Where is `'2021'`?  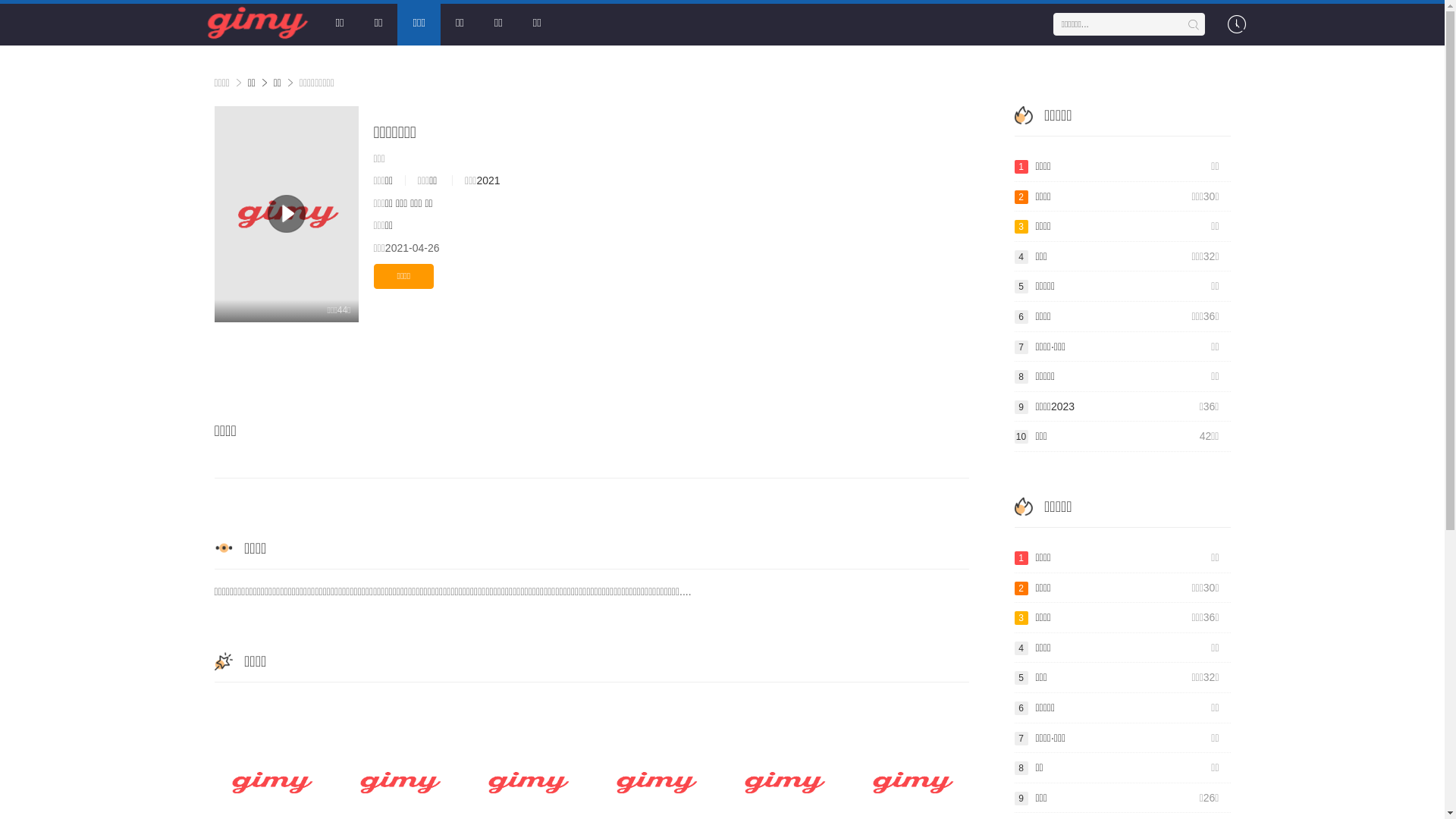
'2021' is located at coordinates (488, 180).